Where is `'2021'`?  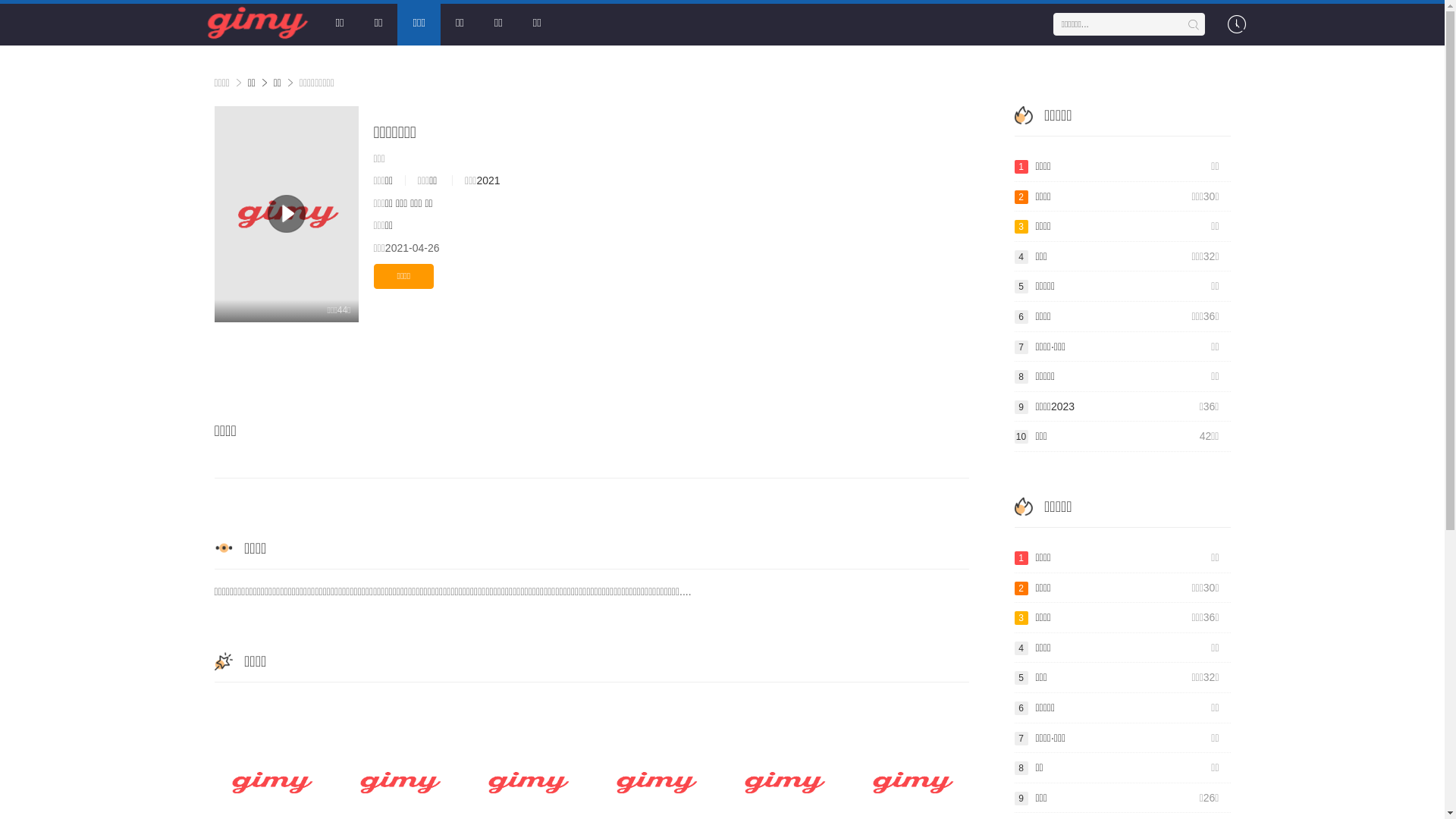
'2021' is located at coordinates (488, 180).